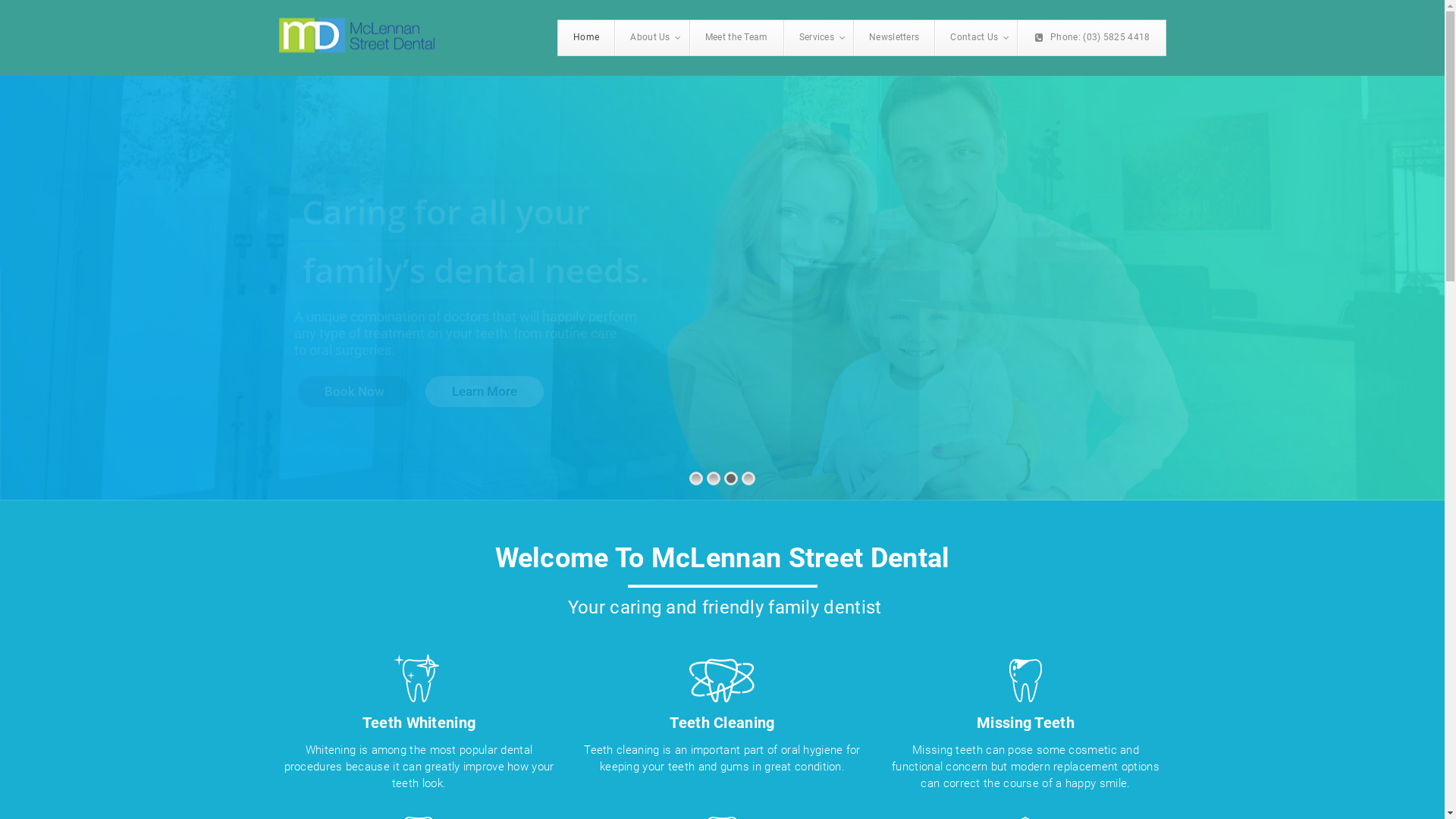 The width and height of the screenshot is (1456, 819). Describe the element at coordinates (893, 37) in the screenshot. I see `'Newsletters'` at that location.